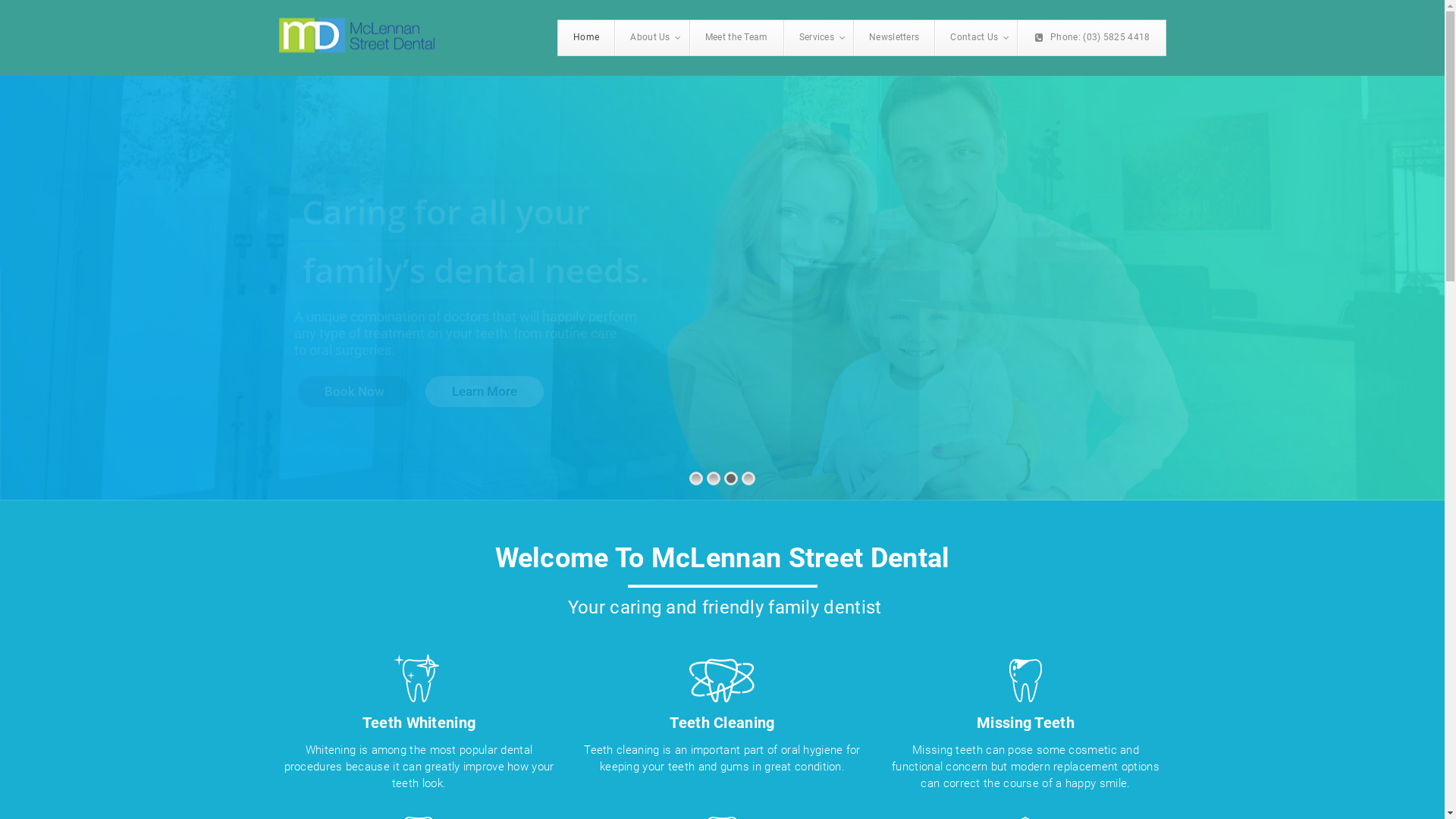 The width and height of the screenshot is (1456, 819). Describe the element at coordinates (893, 37) in the screenshot. I see `'Newsletters'` at that location.